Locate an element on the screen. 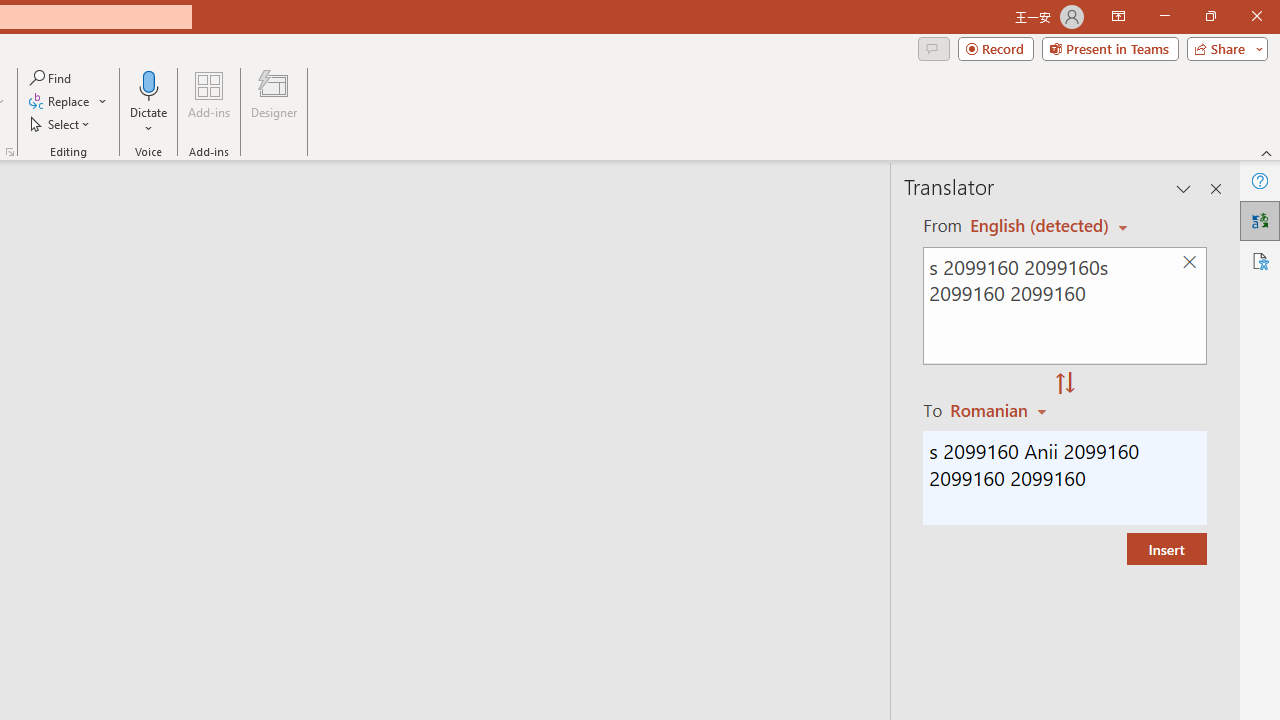 This screenshot has width=1280, height=720. 'Swap "from" and "to" languages.' is located at coordinates (1064, 384).